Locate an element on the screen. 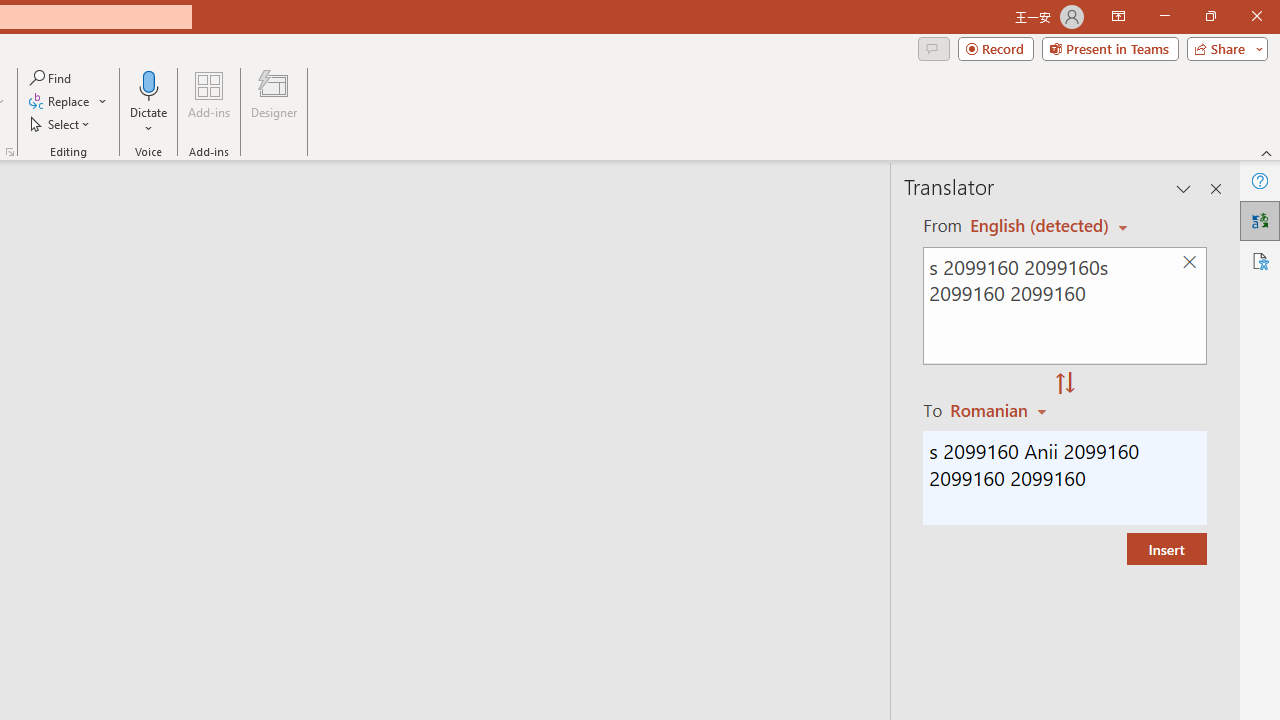 This screenshot has width=1280, height=720. 'Swap "from" and "to" languages.' is located at coordinates (1064, 384).